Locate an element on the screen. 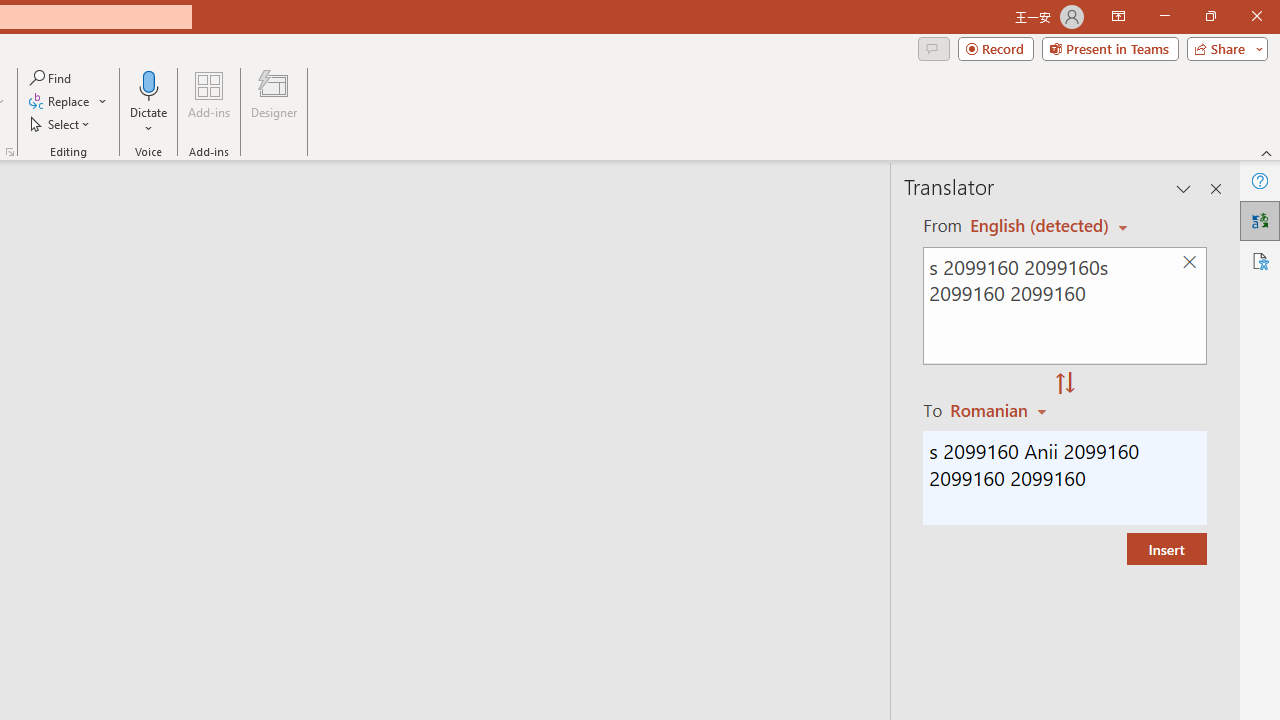 This screenshot has width=1280, height=720. 'Swap "from" and "to" languages.' is located at coordinates (1064, 384).